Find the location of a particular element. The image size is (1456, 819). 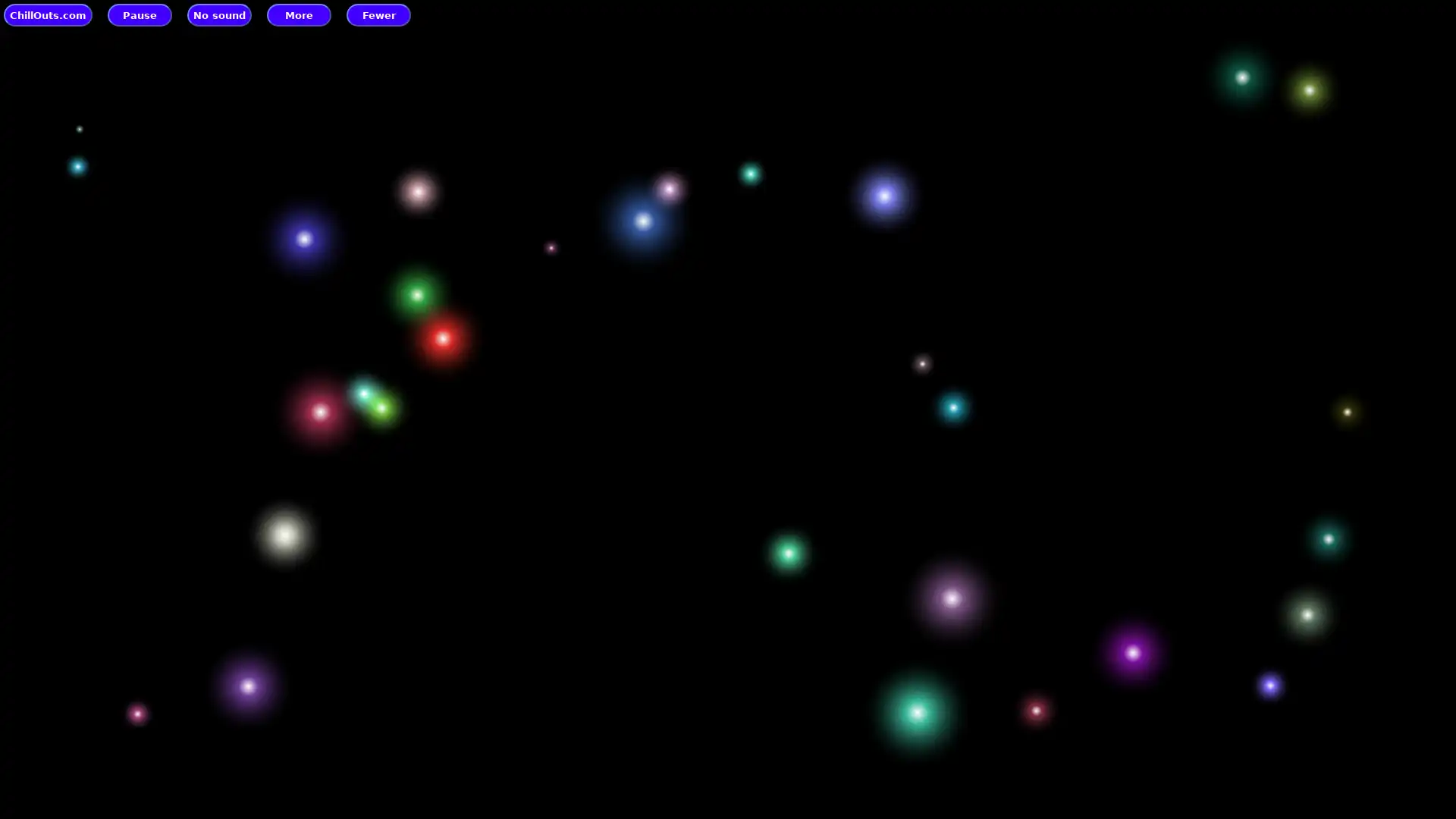

No sound is located at coordinates (218, 14).